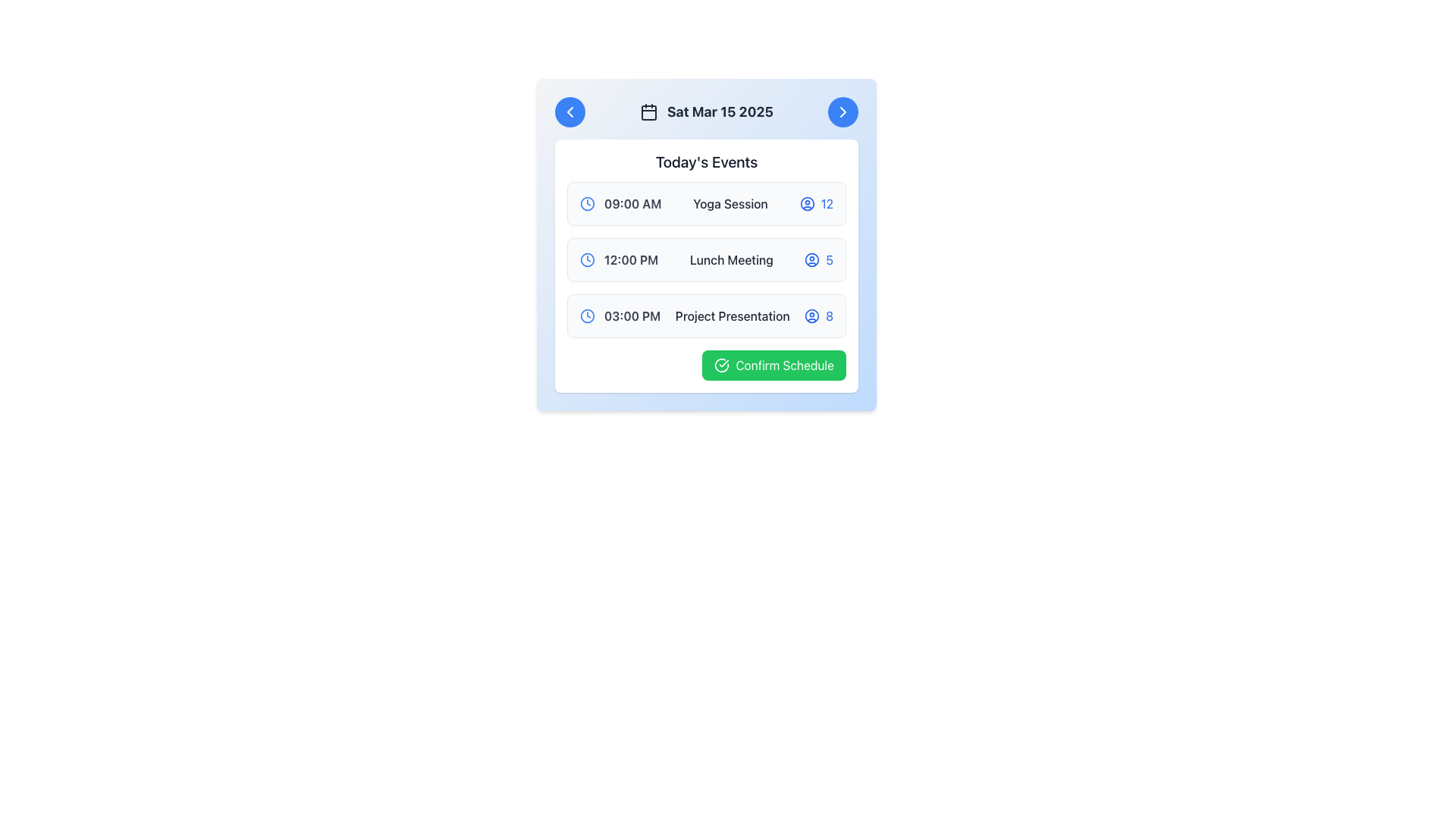 The image size is (1456, 819). Describe the element at coordinates (619, 259) in the screenshot. I see `time displayed in the blue clock icon followed by the text label '12:00 PM' in bold gray font, which is part of the schedule item row labeled 'Lunch Meeting'` at that location.